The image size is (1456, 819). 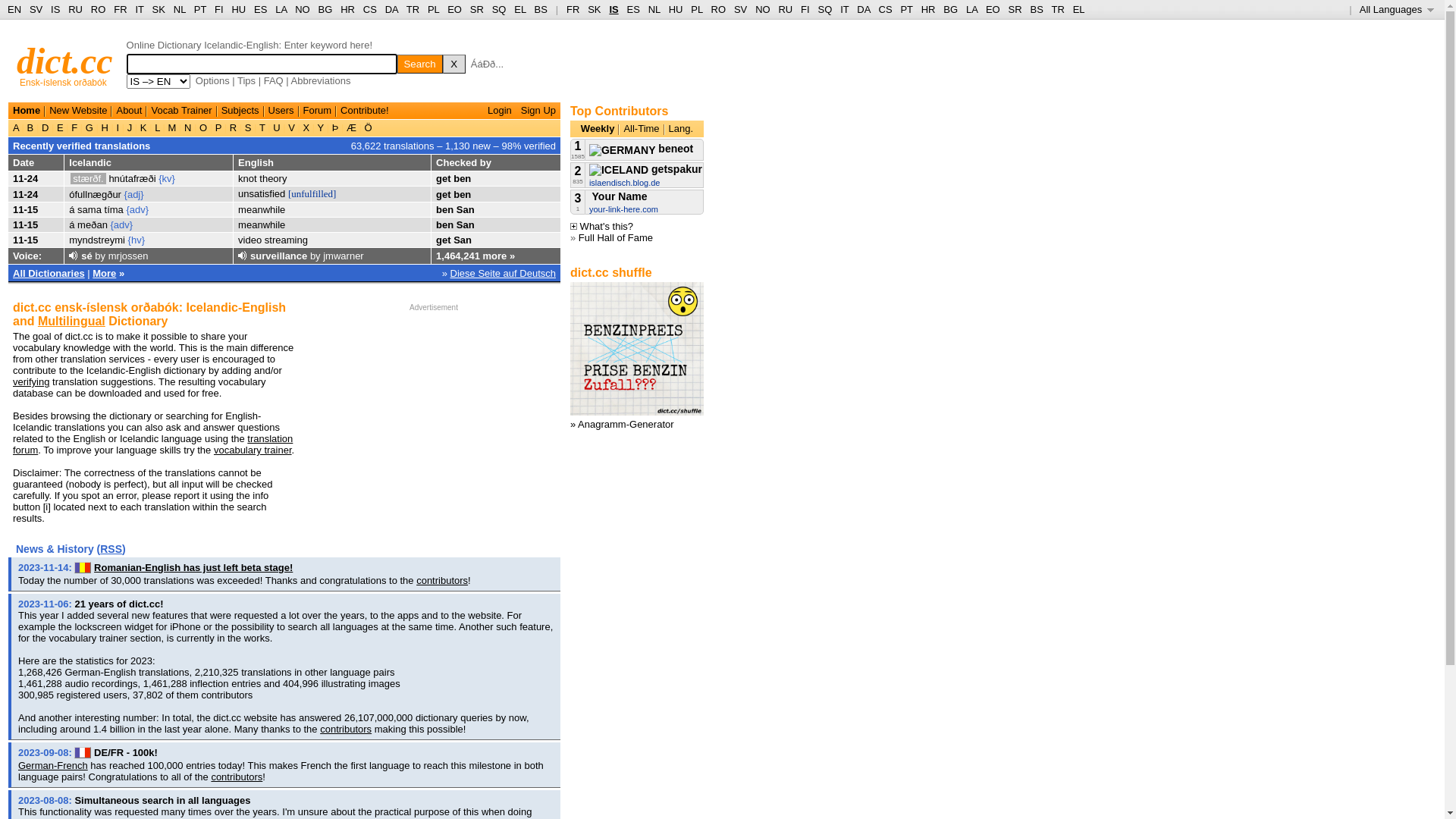 What do you see at coordinates (13, 239) in the screenshot?
I see `'11-15'` at bounding box center [13, 239].